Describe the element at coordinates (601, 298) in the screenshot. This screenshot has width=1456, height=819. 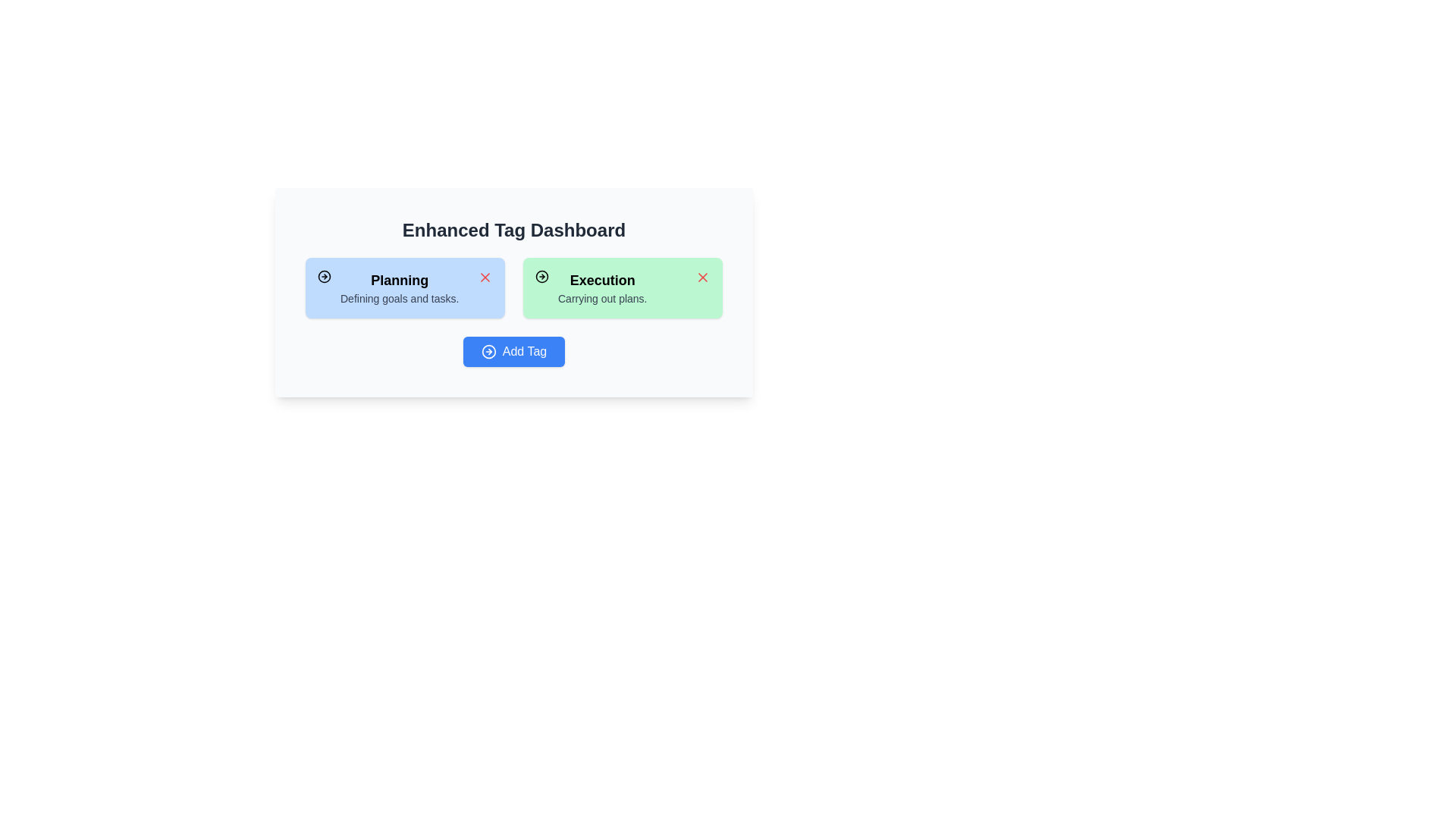
I see `the second text line in the right-hand green panel labeled 'Execution', which provides descriptive information about the panel's purpose` at that location.